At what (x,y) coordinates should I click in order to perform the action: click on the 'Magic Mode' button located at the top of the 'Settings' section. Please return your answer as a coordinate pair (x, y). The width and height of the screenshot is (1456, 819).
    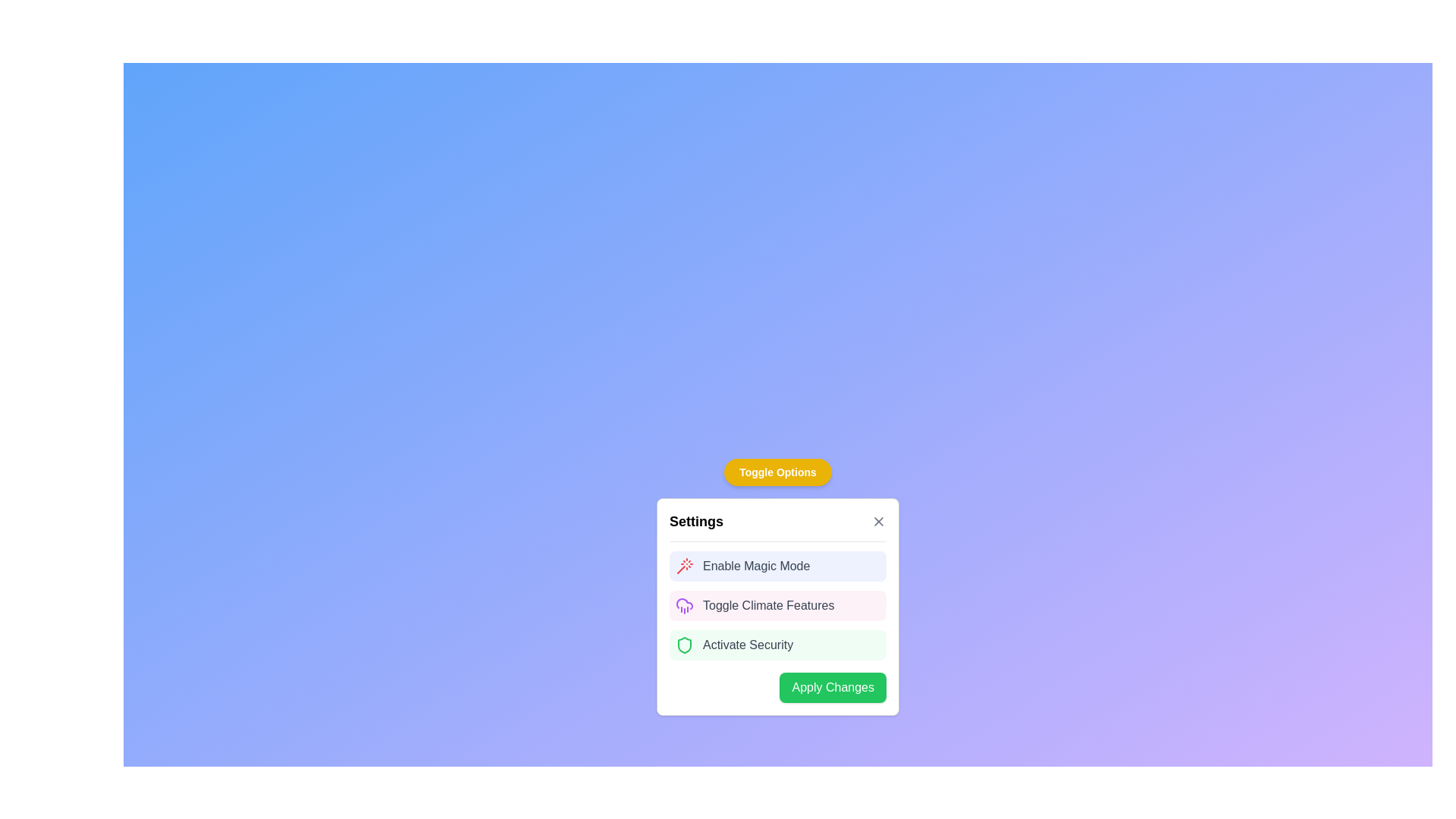
    Looking at the image, I should click on (778, 566).